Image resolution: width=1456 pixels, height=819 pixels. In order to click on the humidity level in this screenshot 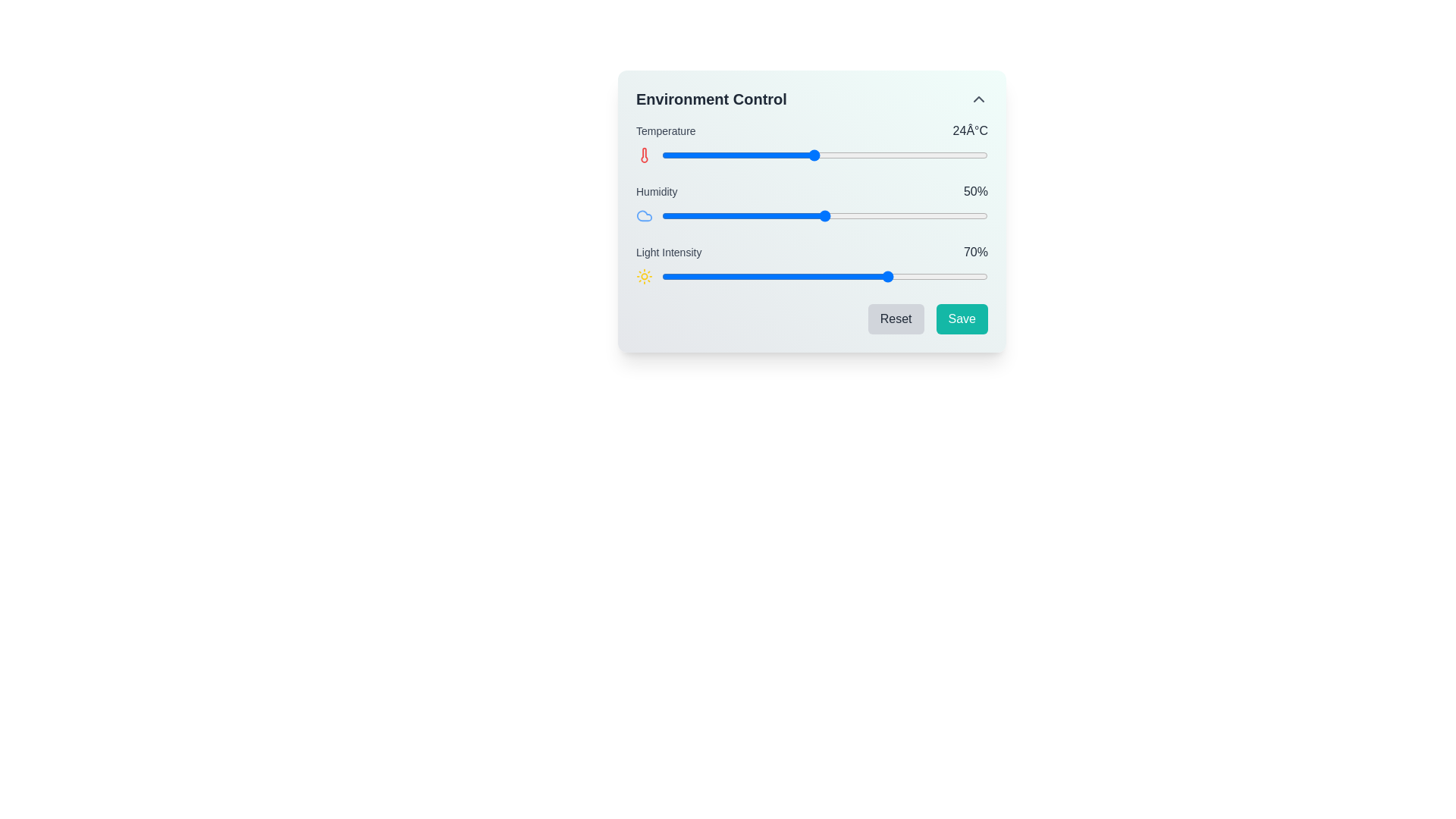, I will do `click(854, 216)`.